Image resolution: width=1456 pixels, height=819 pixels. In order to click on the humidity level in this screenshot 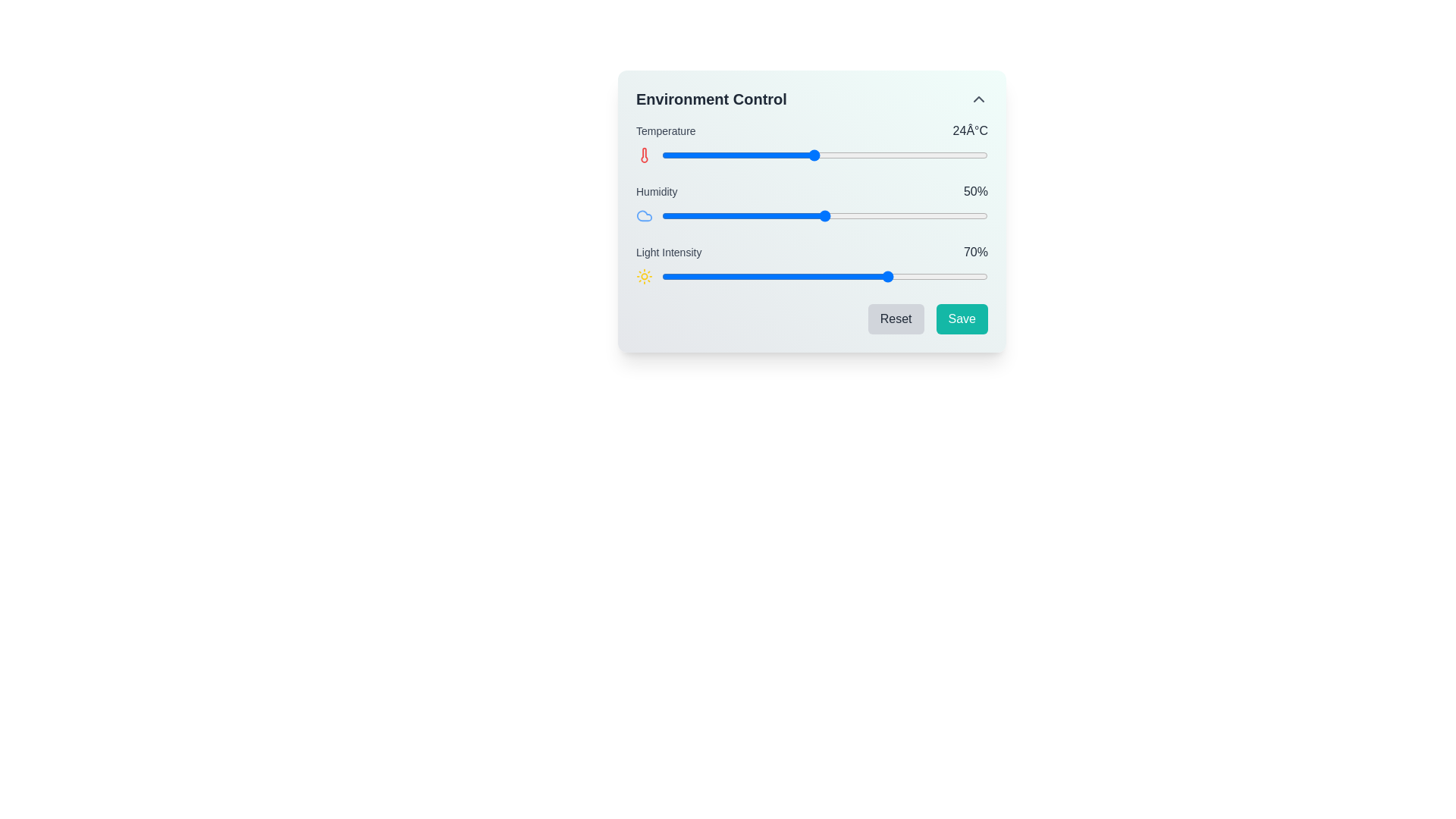, I will do `click(854, 216)`.